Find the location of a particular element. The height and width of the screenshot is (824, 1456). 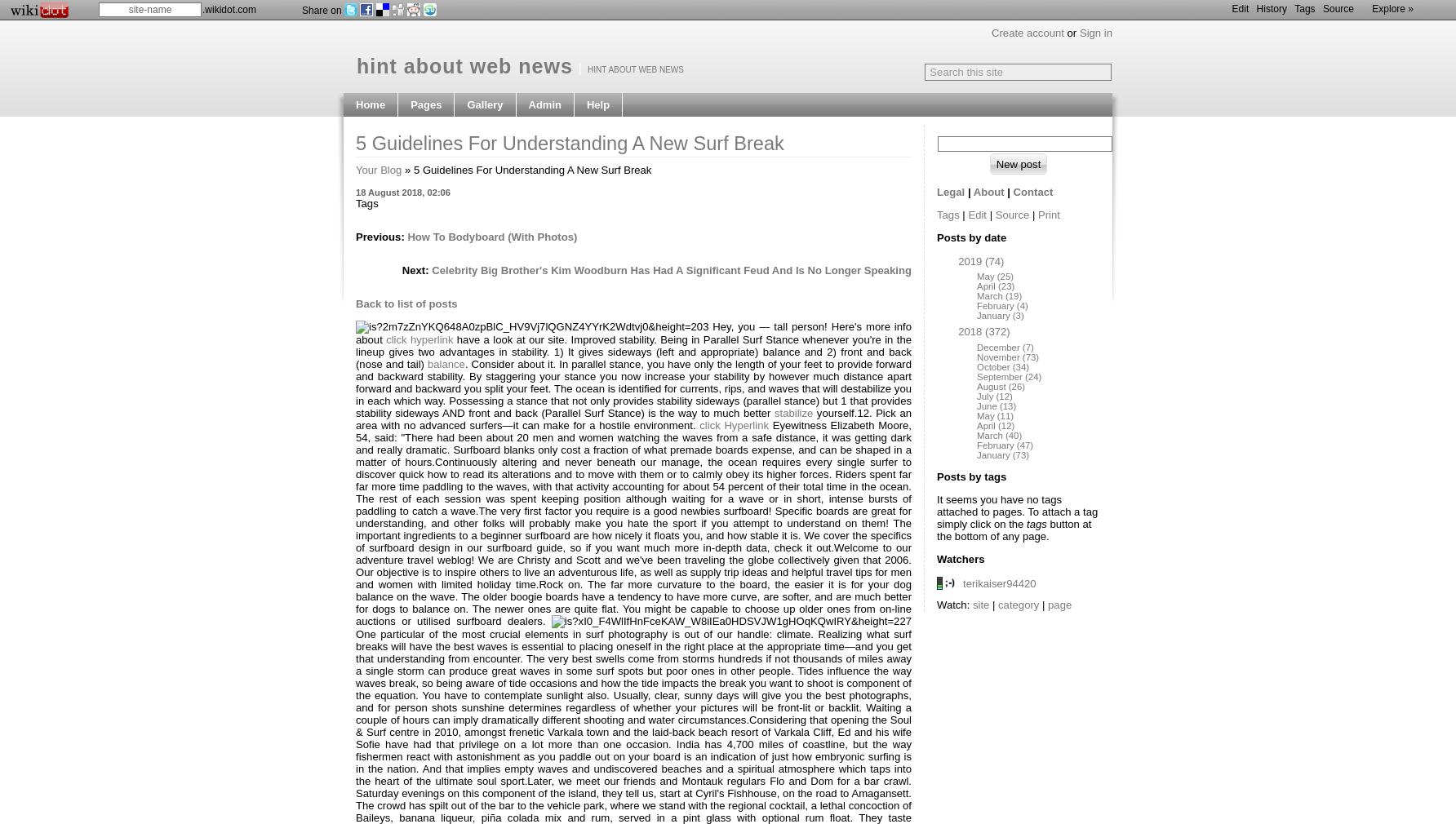

'Favourites' is located at coordinates (437, 175).